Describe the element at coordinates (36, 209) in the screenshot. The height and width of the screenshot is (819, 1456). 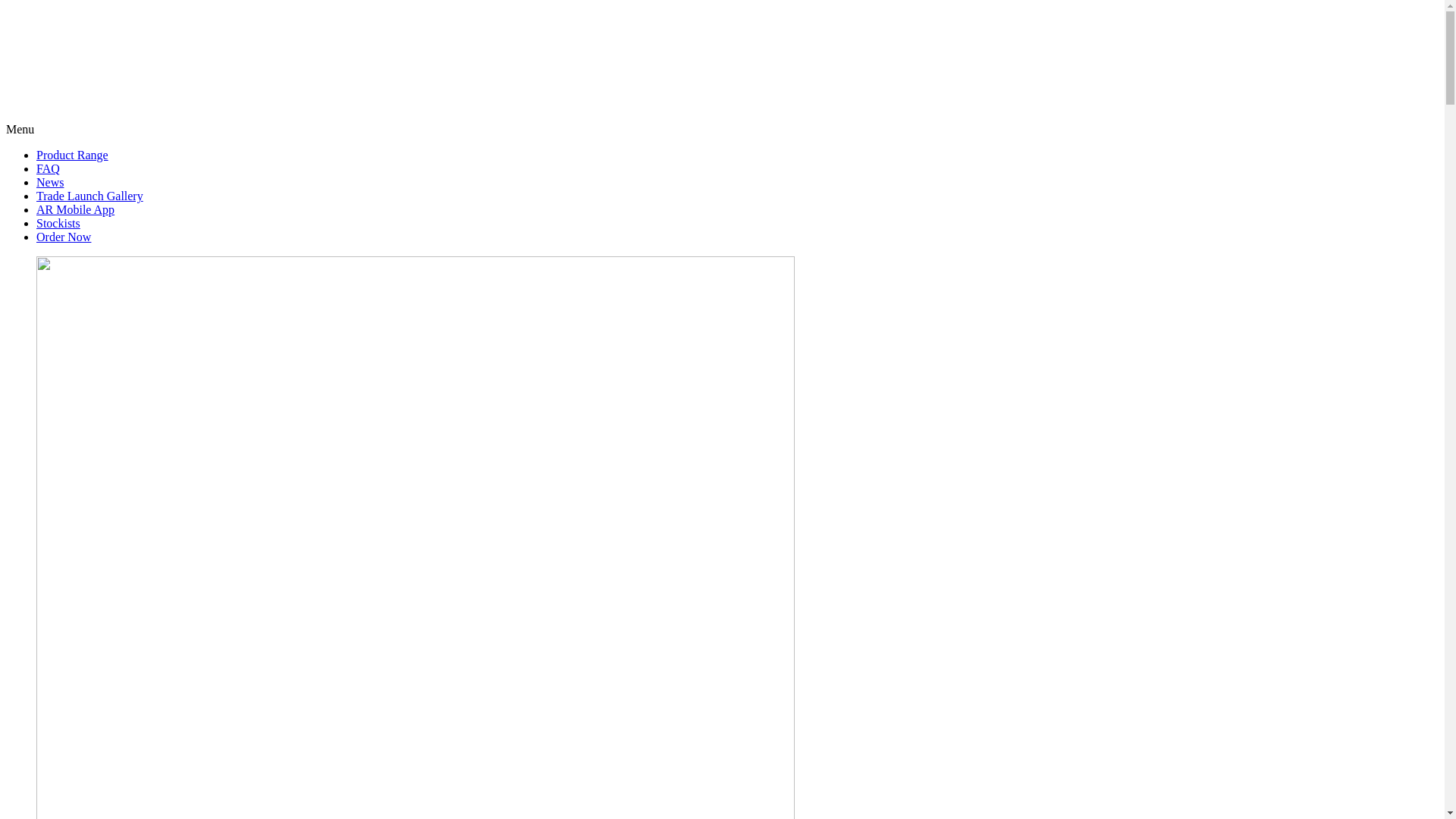
I see `'AR Mobile App'` at that location.